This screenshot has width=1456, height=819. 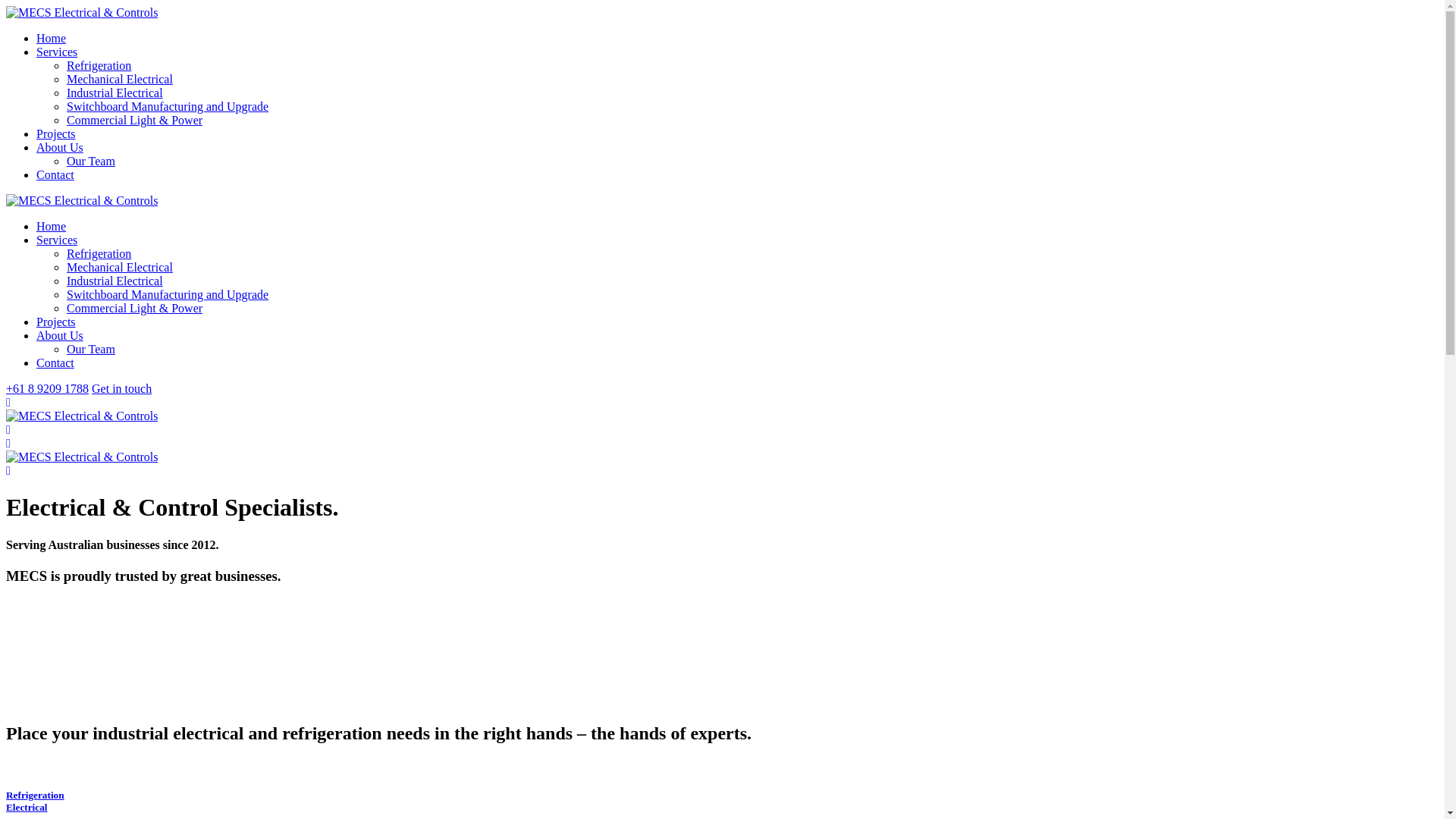 What do you see at coordinates (114, 93) in the screenshot?
I see `'Industrial Electrical'` at bounding box center [114, 93].